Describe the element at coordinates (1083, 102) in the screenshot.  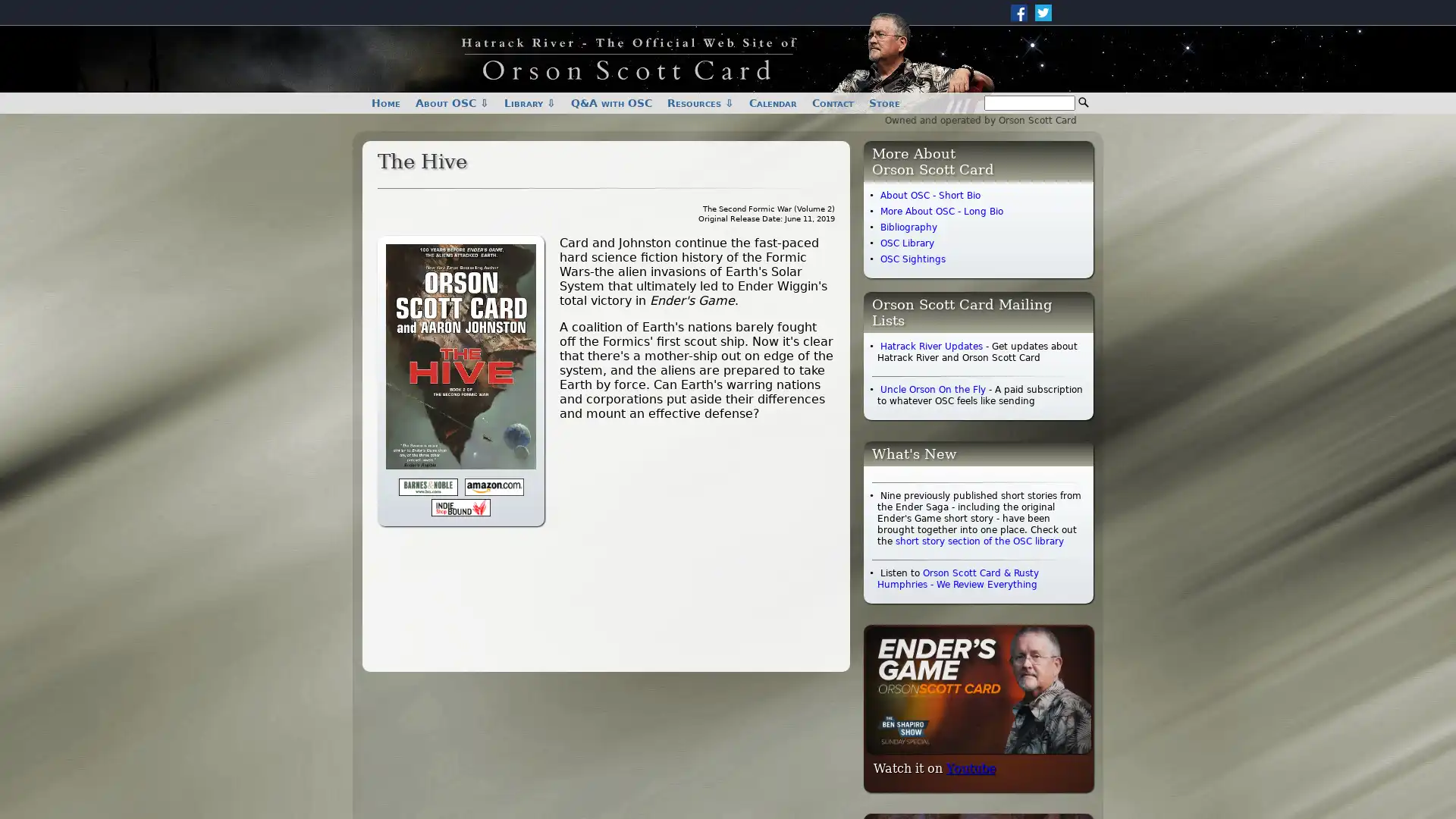
I see `Submit` at that location.